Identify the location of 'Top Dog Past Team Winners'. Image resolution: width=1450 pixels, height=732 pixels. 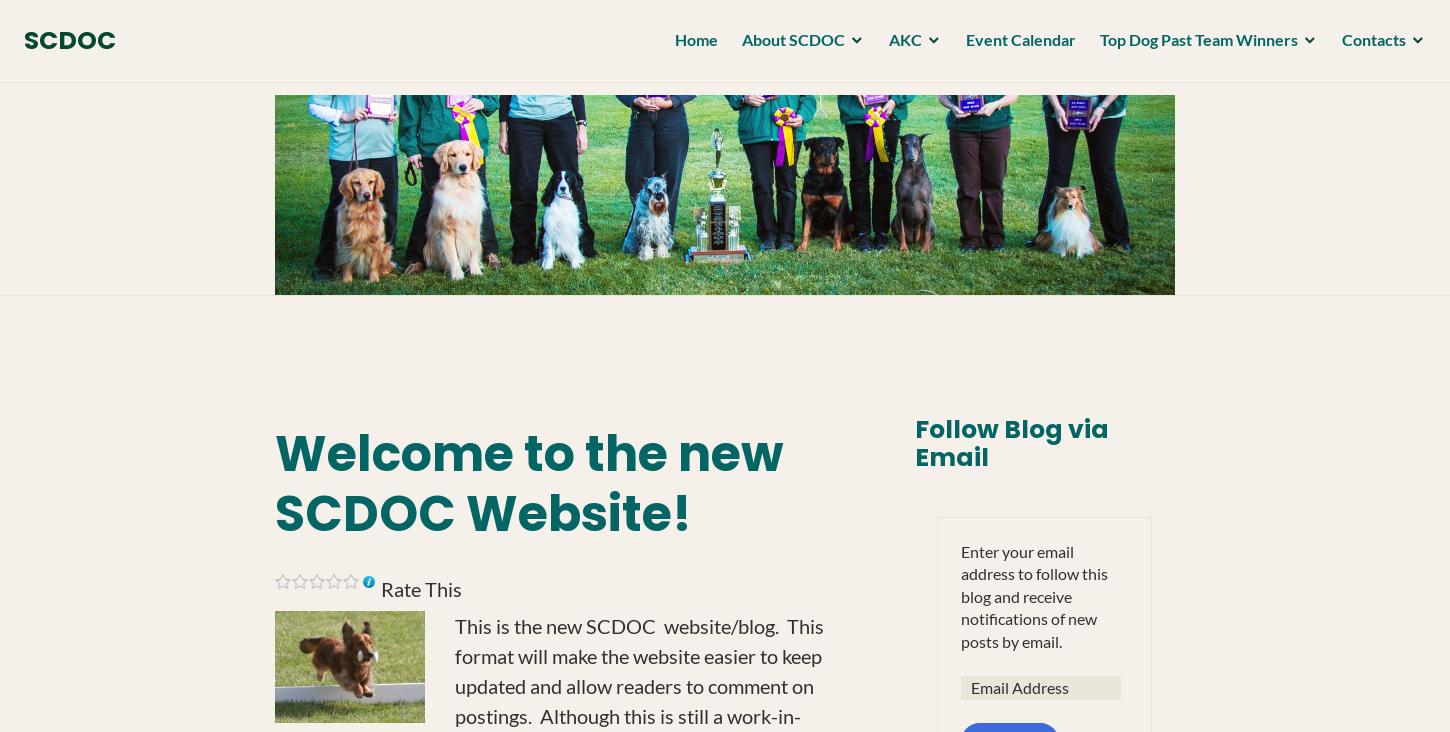
(1192, 43).